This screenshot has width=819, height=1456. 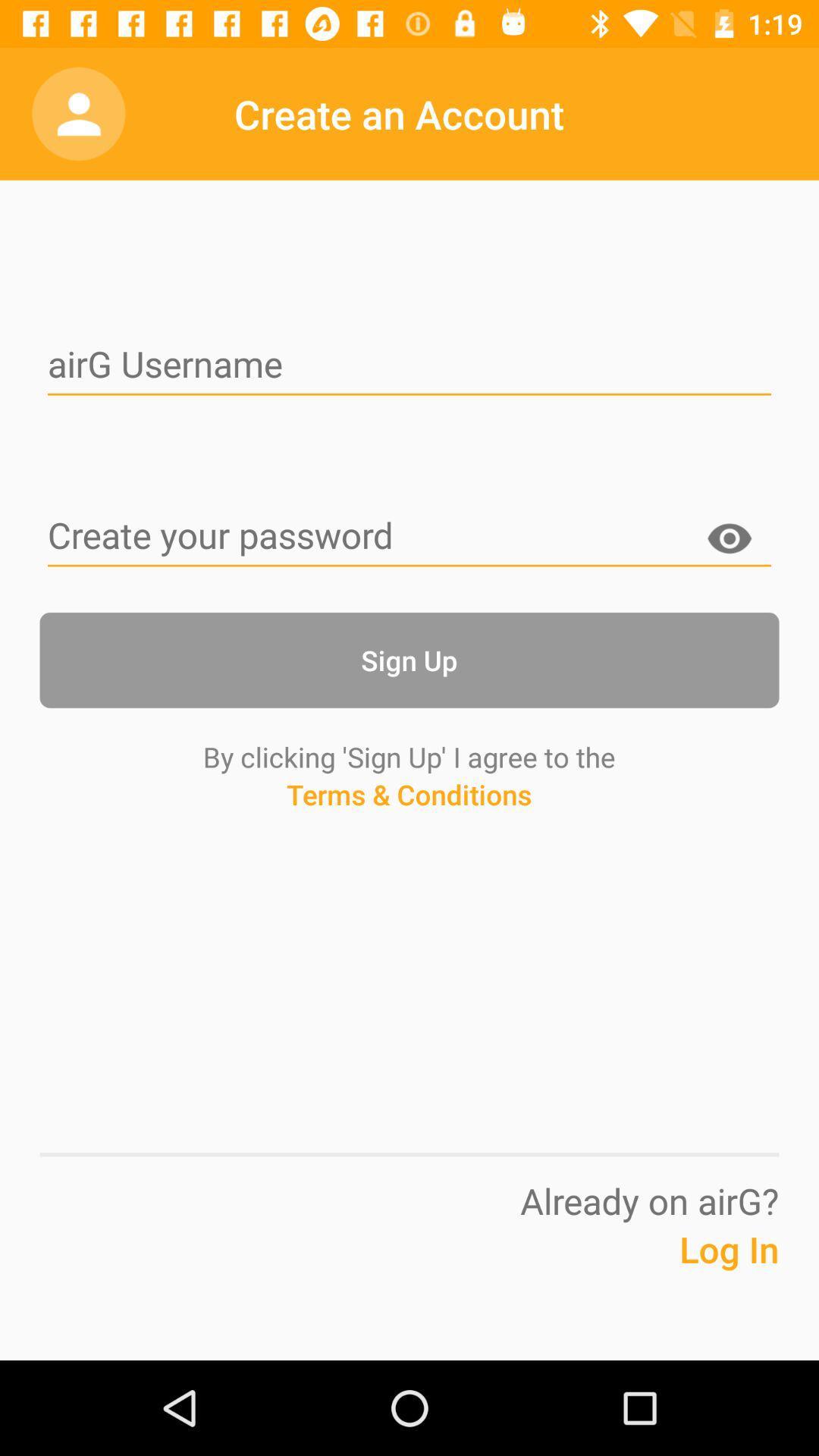 I want to click on the log in item, so click(x=691, y=1272).